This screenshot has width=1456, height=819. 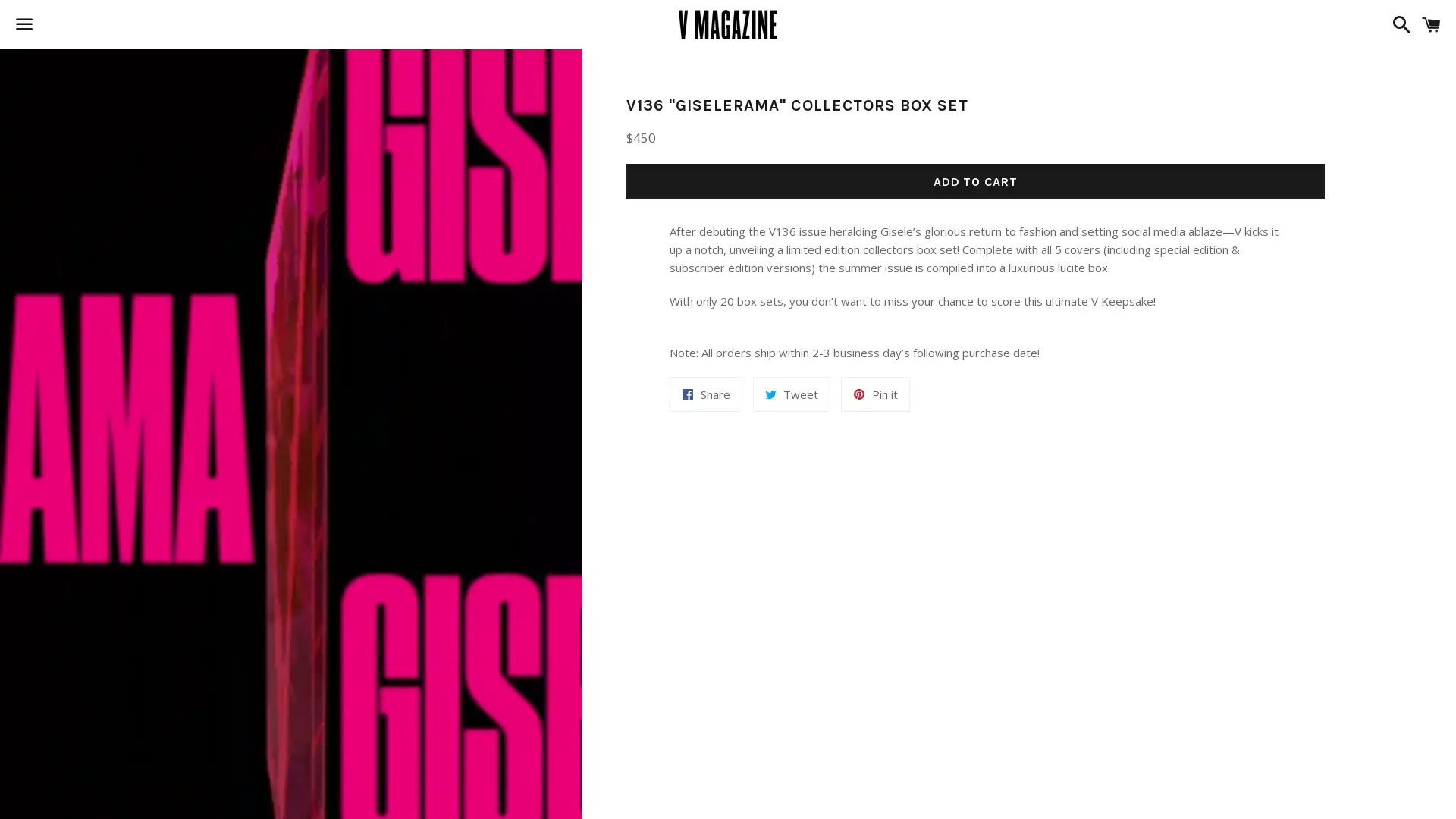 What do you see at coordinates (975, 180) in the screenshot?
I see `ADD TO CART` at bounding box center [975, 180].